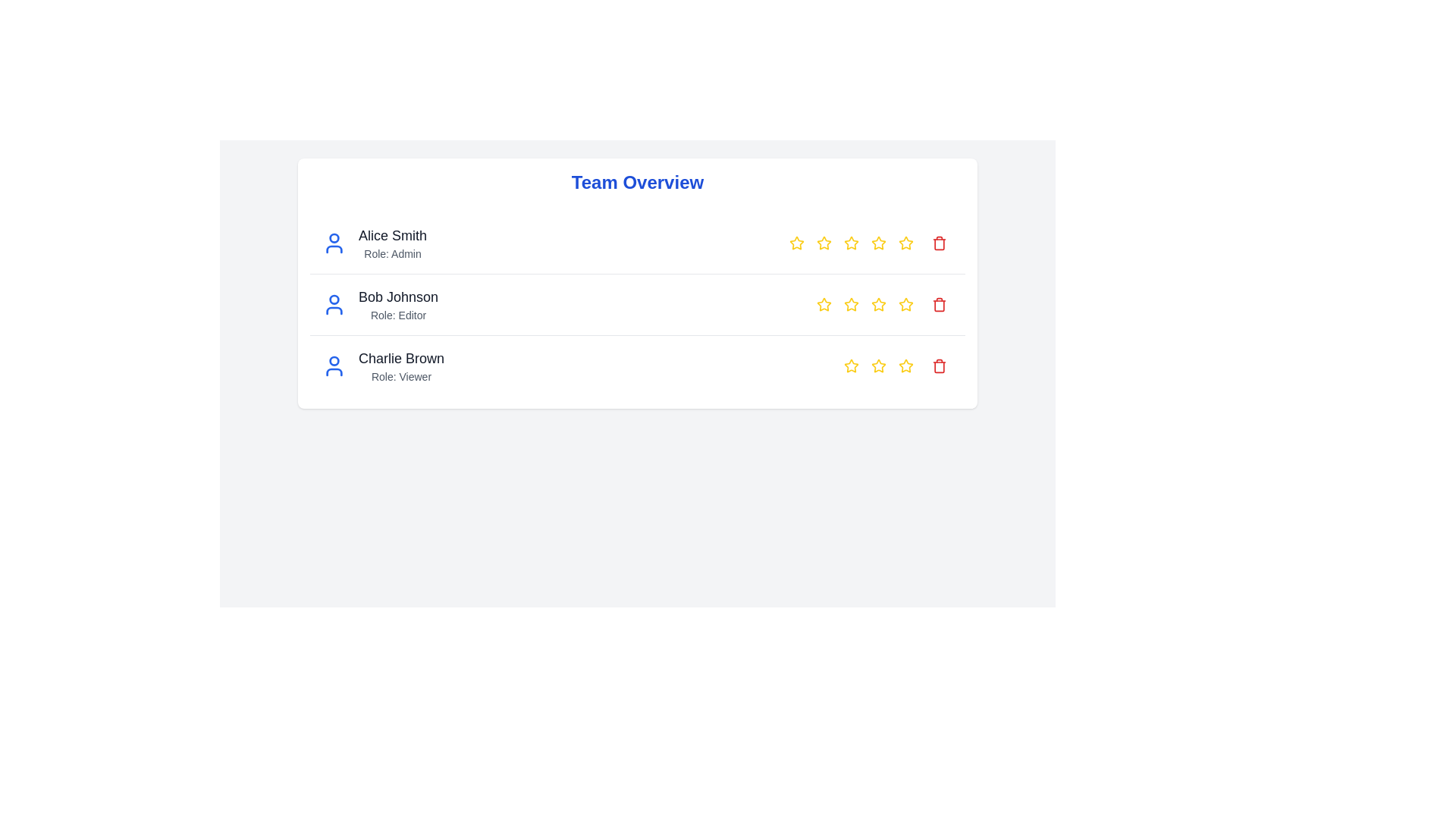 The image size is (1456, 819). Describe the element at coordinates (852, 304) in the screenshot. I see `the second yellow star icon in the row of rating stars associated with user 'Bob Johnson' in the 'Team Overview' section` at that location.